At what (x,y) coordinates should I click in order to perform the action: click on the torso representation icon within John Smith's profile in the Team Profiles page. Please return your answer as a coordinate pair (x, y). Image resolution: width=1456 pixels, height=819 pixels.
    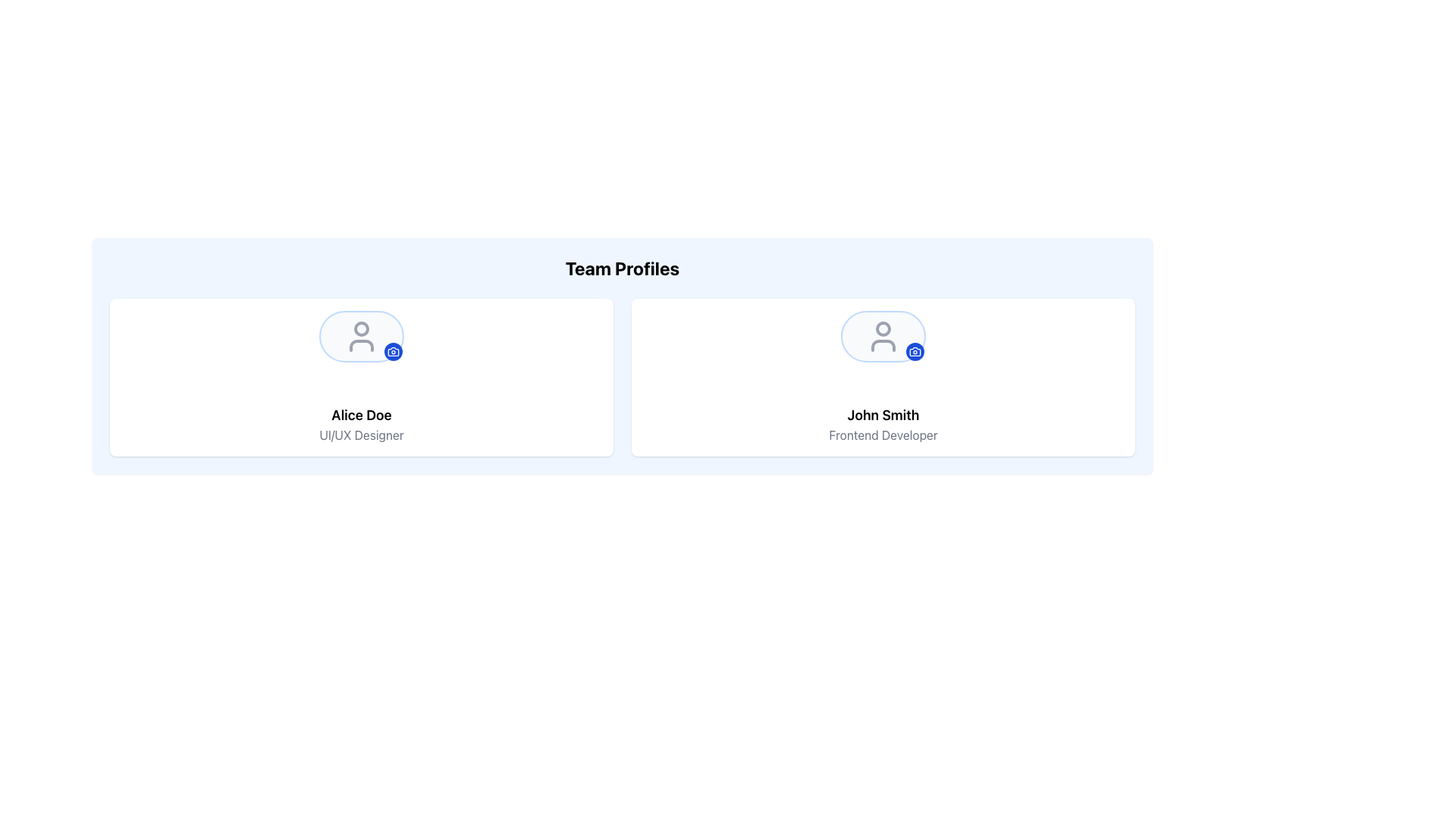
    Looking at the image, I should click on (883, 345).